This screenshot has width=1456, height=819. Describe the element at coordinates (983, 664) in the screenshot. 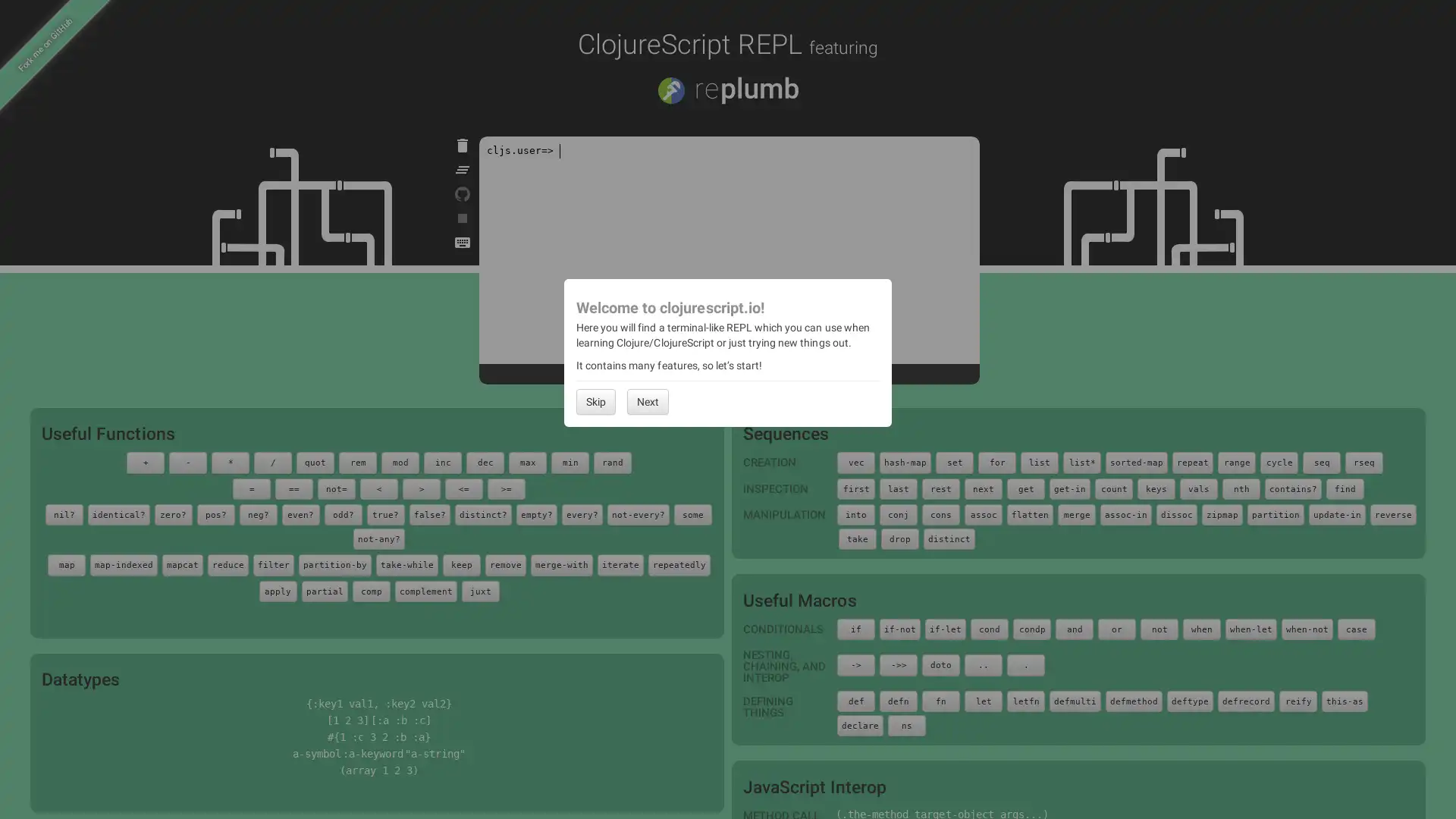

I see `..` at that location.